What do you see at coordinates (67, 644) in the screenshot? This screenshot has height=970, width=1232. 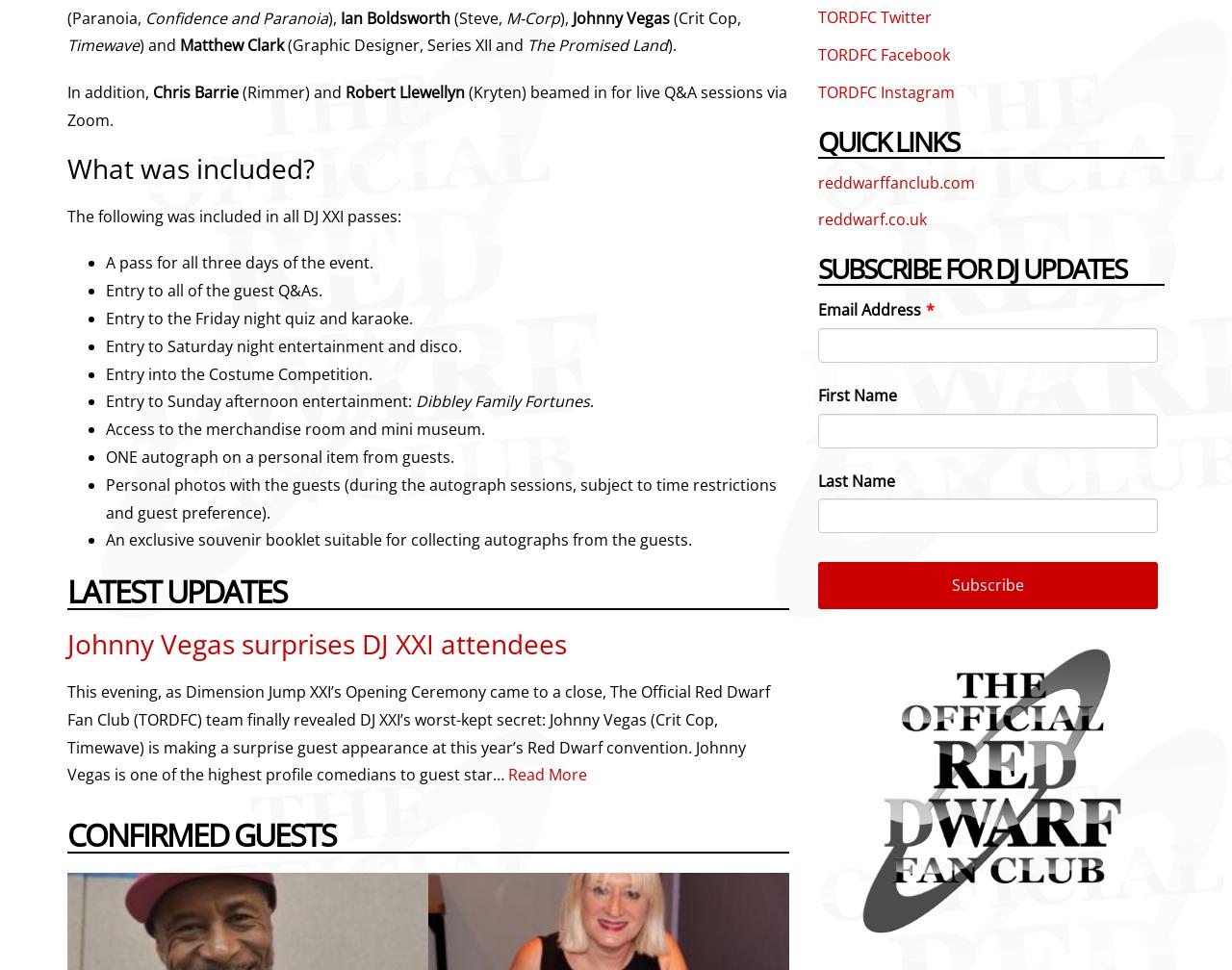 I see `'Johnny Vegas surprises DJ XXI attendees'` at bounding box center [67, 644].